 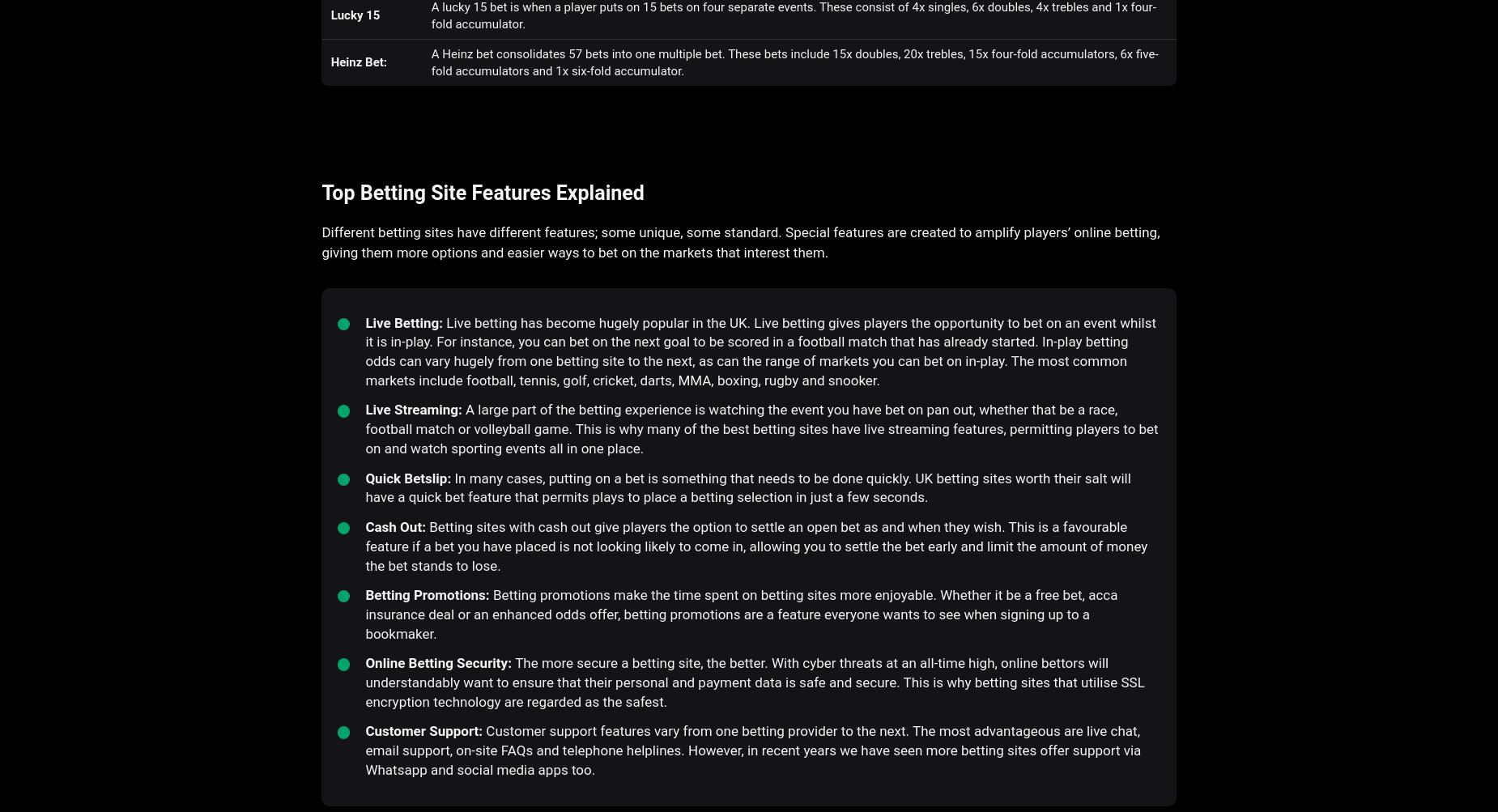 I want to click on 'Online Betting Security:', so click(x=364, y=663).